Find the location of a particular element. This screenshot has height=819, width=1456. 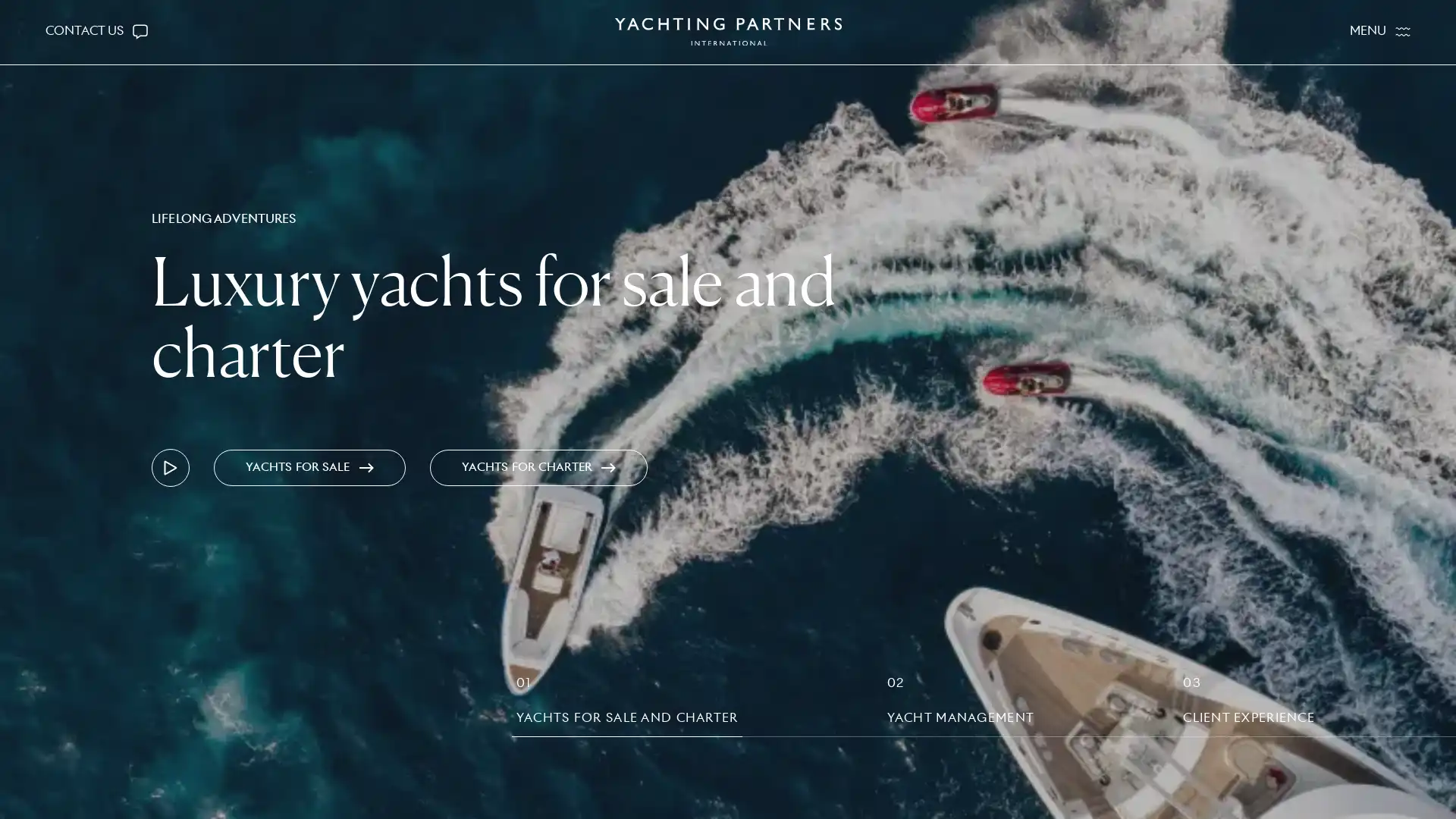

MENU is located at coordinates (1379, 31).